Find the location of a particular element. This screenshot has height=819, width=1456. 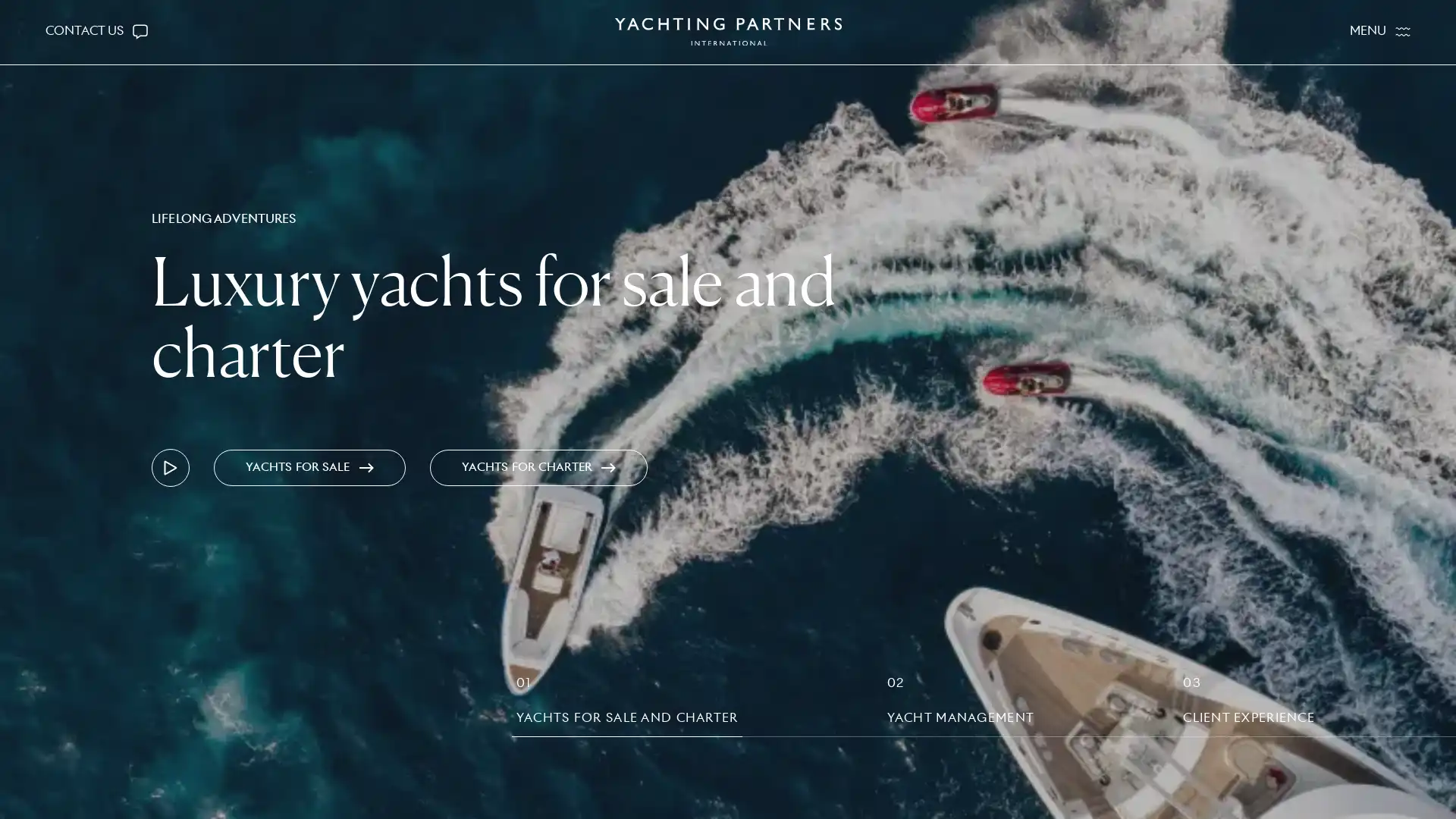

MENU is located at coordinates (1379, 31).